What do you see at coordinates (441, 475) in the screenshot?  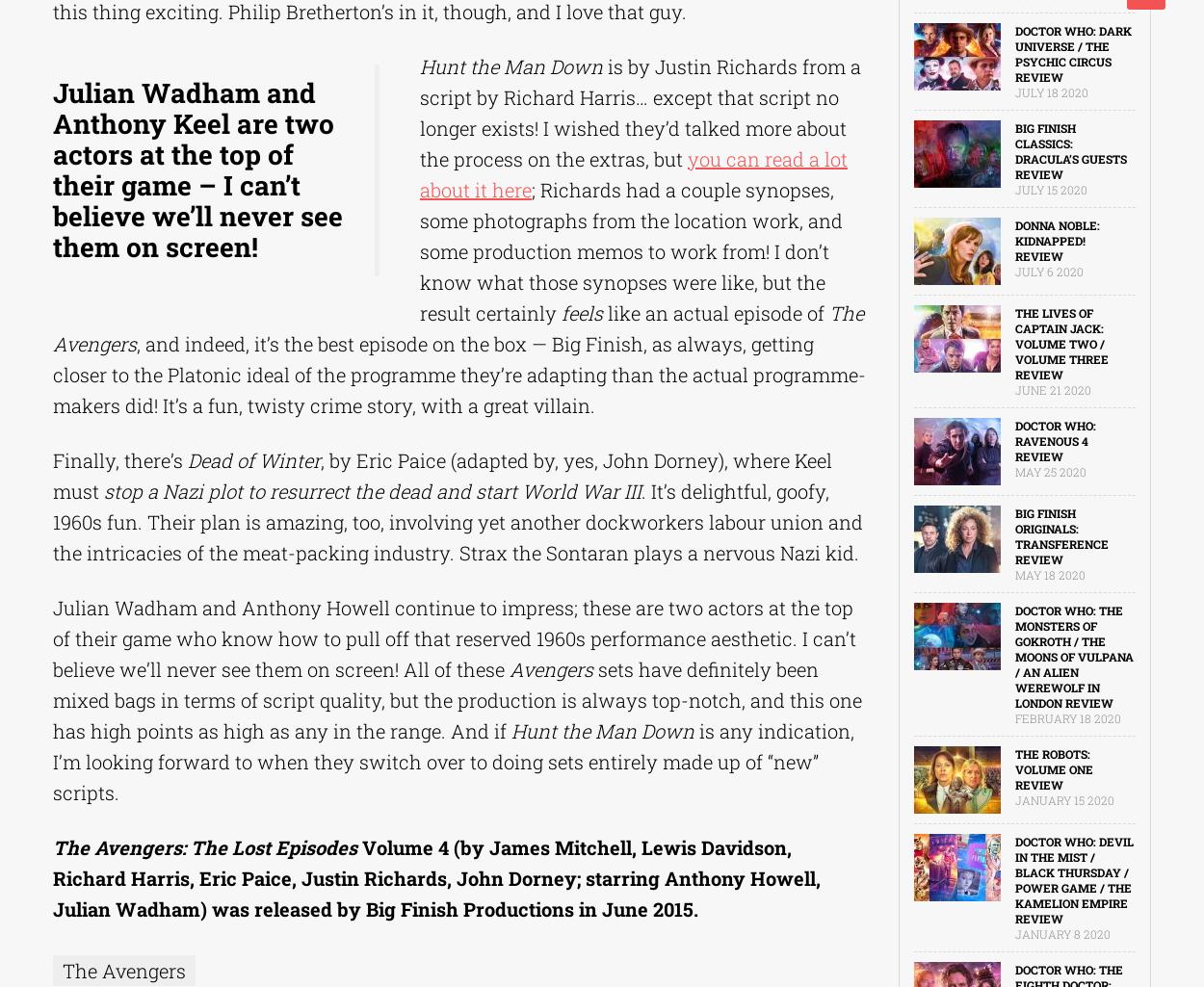 I see `', by Eric Paice (adapted by, yes, John Dorney), where Keel must'` at bounding box center [441, 475].